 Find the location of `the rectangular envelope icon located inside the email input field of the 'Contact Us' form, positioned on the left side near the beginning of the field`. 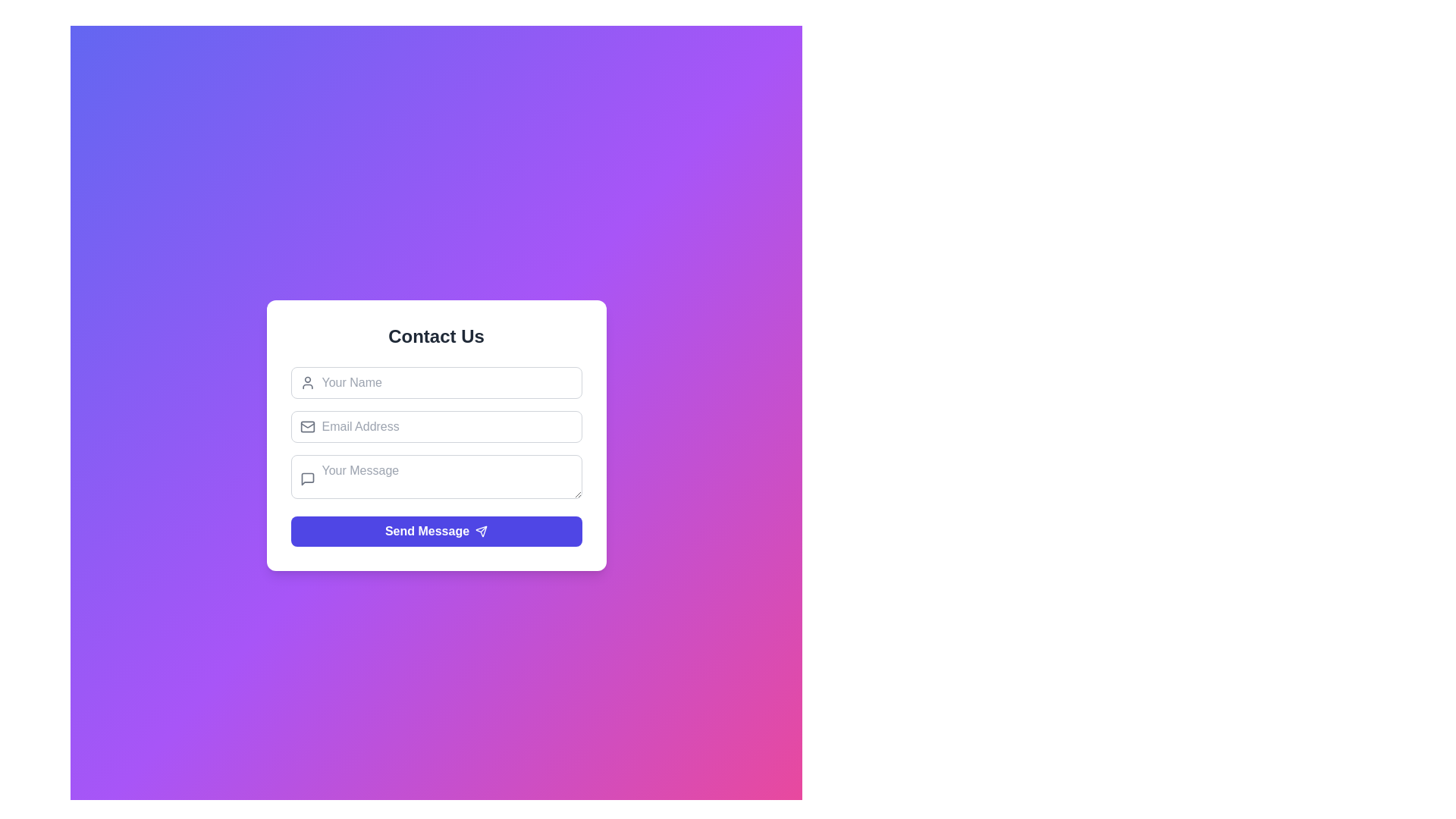

the rectangular envelope icon located inside the email input field of the 'Contact Us' form, positioned on the left side near the beginning of the field is located at coordinates (306, 426).